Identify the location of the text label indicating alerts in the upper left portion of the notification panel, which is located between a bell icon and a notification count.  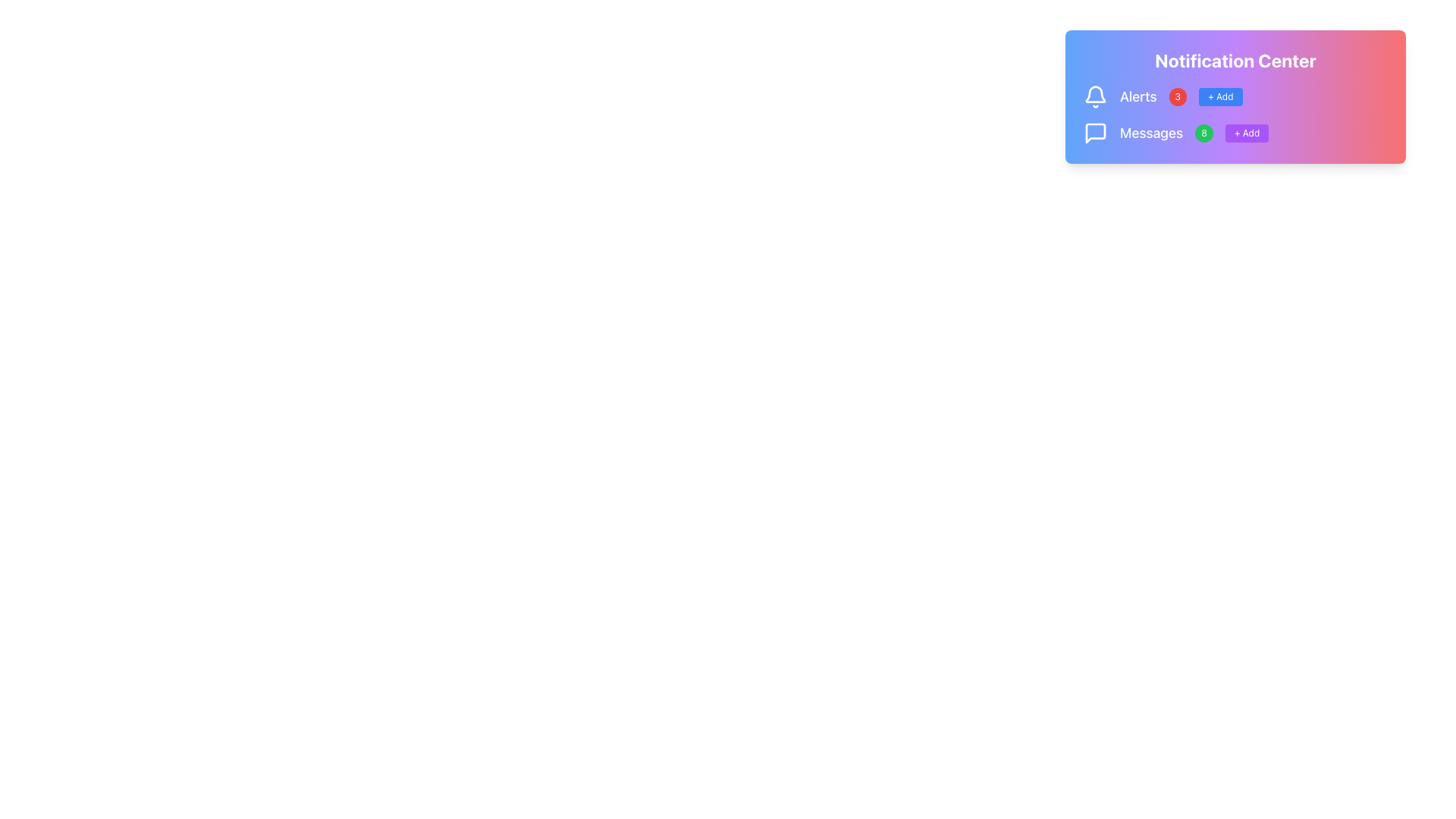
(1138, 96).